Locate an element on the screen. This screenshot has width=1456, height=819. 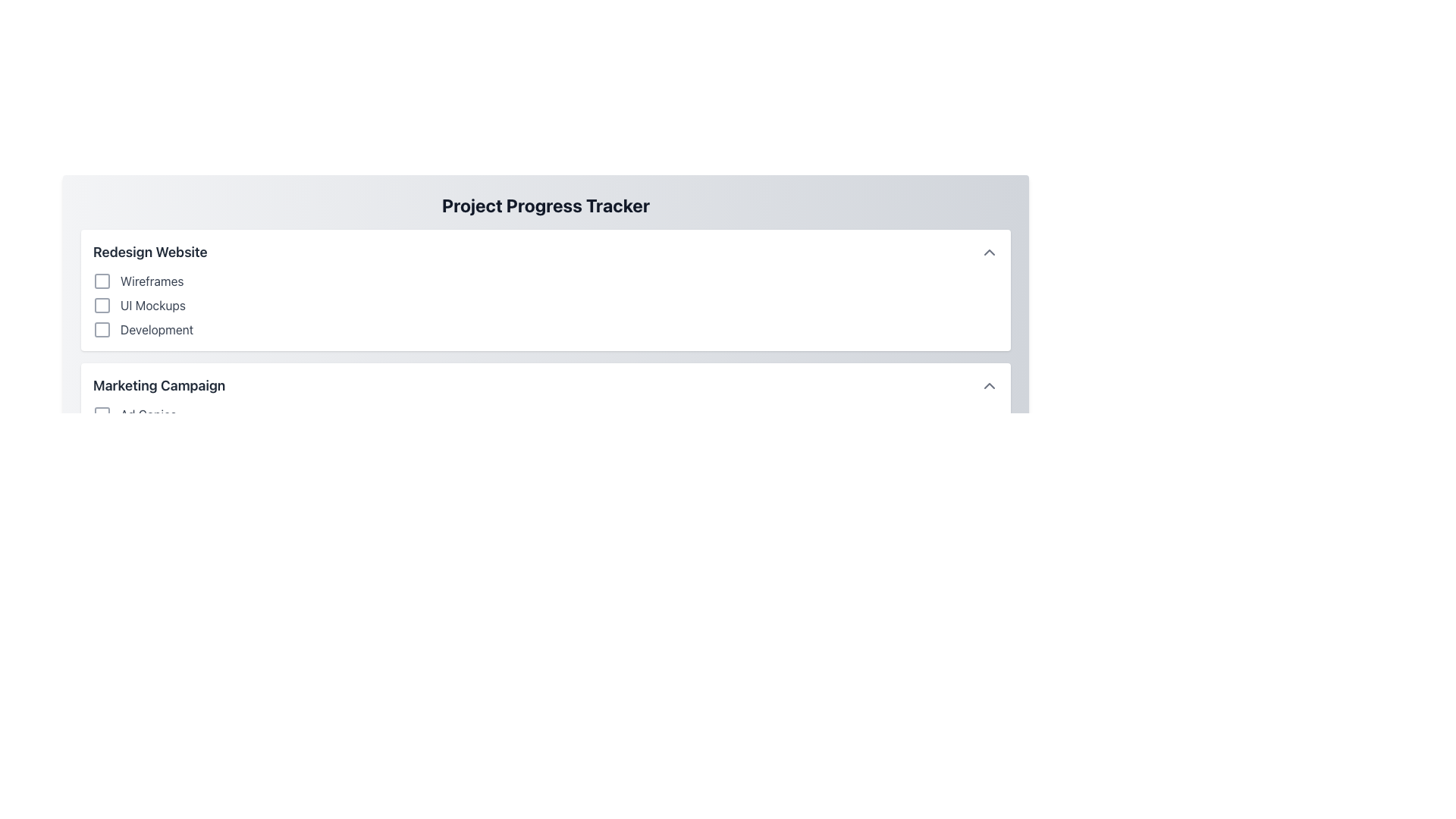
the small, square-shaped icon with rounded corners located next to the text 'Wireframes' in the 'Redesign Website' section is located at coordinates (101, 281).